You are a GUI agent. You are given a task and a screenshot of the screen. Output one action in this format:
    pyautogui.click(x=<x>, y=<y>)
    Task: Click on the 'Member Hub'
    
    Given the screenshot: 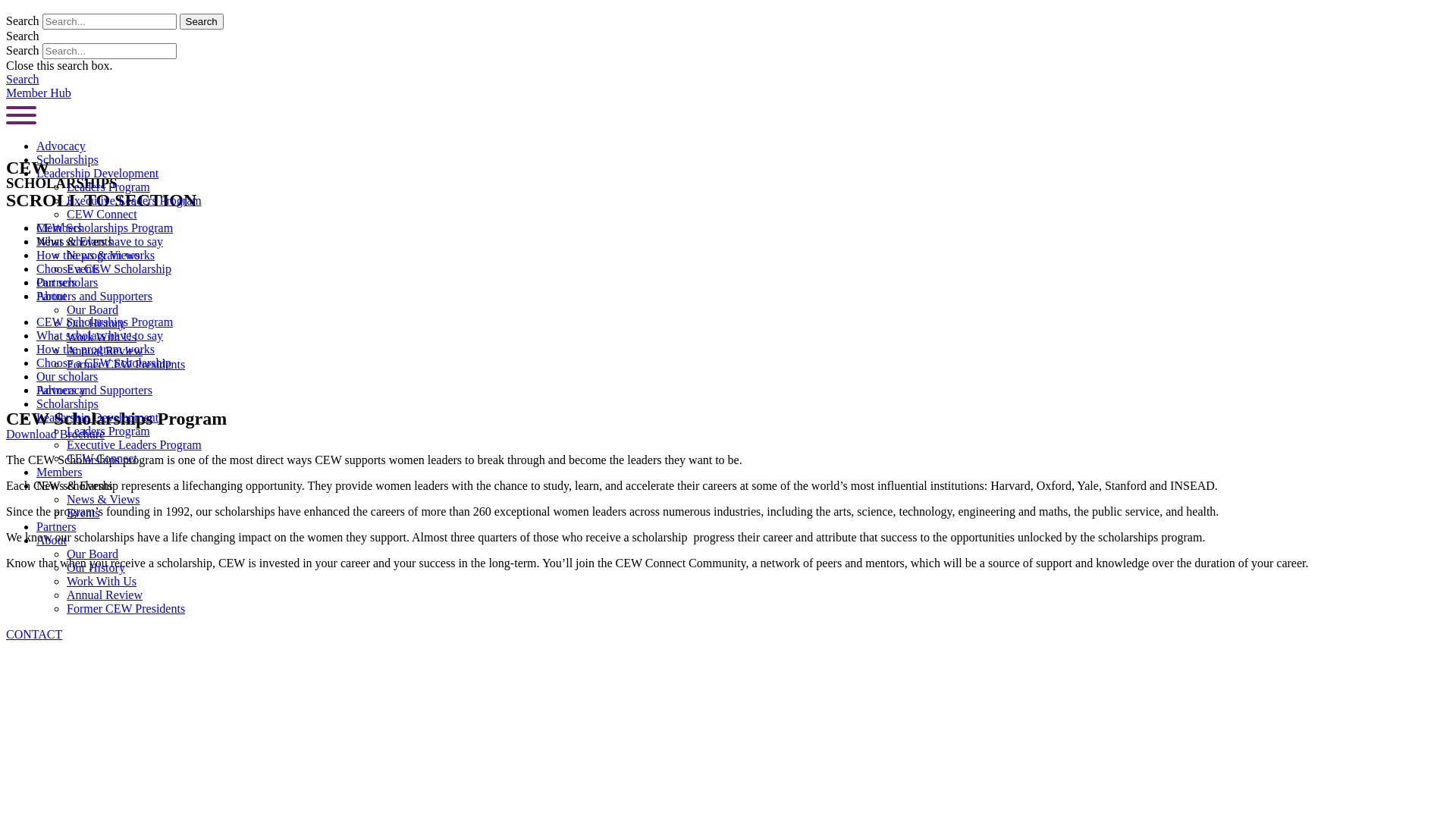 What is the action you would take?
    pyautogui.click(x=39, y=93)
    